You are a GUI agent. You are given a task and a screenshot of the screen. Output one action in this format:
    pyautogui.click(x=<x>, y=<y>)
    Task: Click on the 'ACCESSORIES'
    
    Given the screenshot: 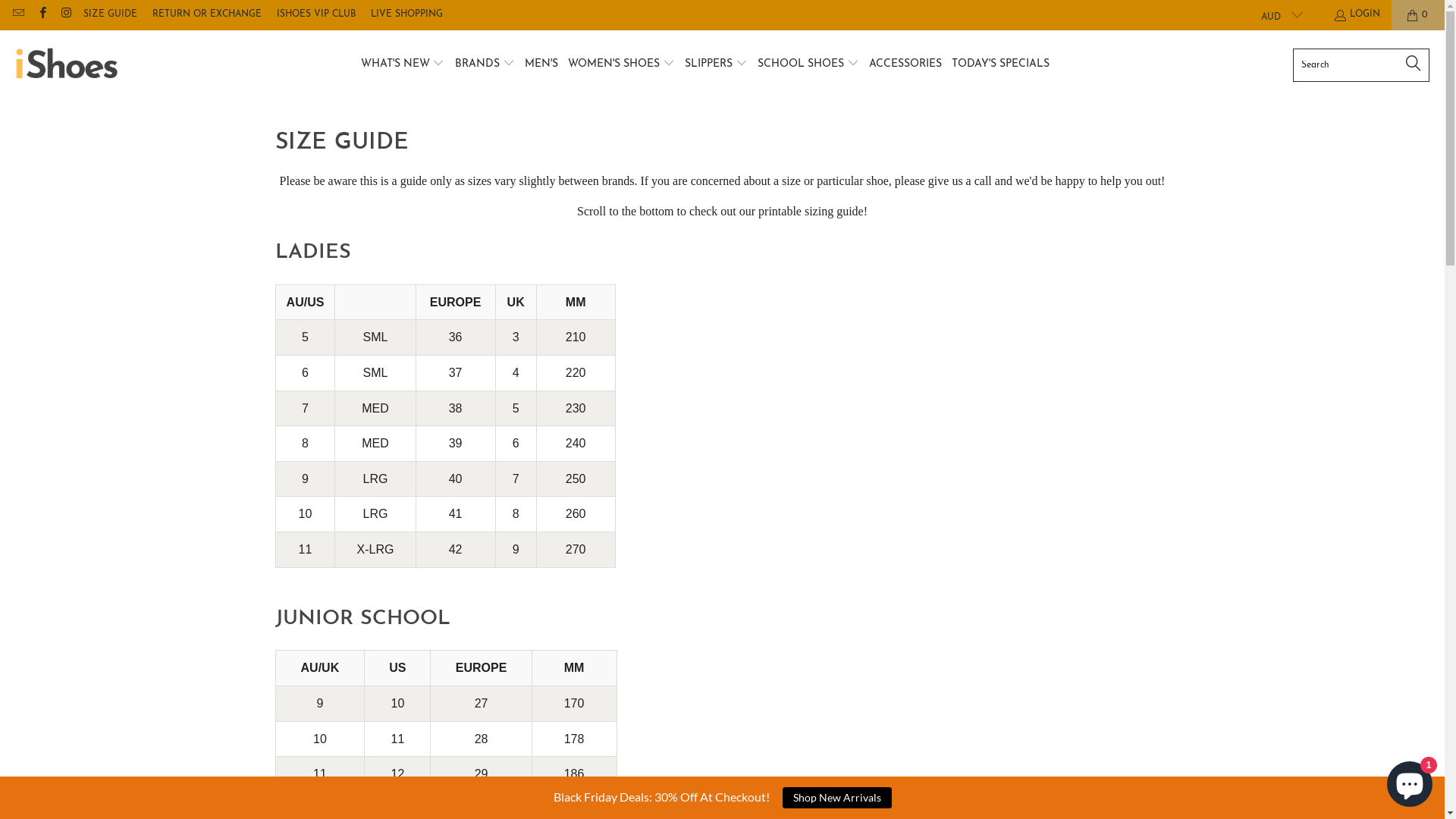 What is the action you would take?
    pyautogui.click(x=905, y=64)
    